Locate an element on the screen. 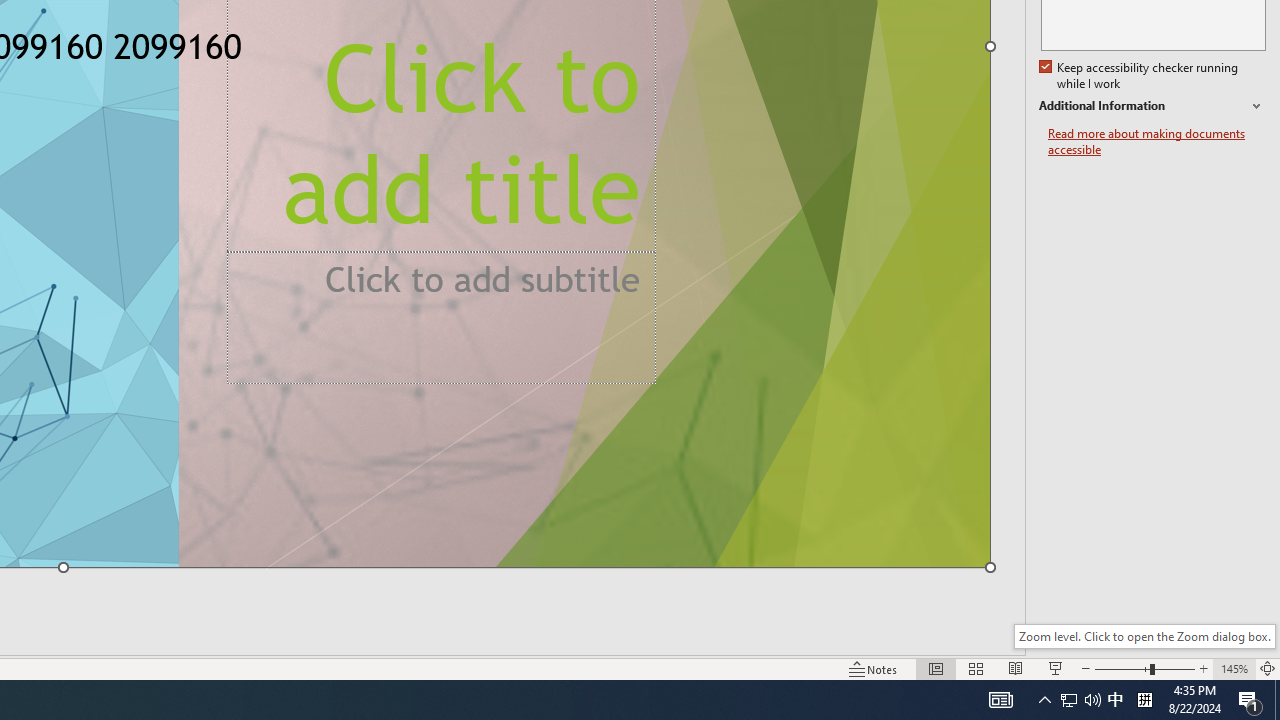 The width and height of the screenshot is (1280, 720). 'Zoom level. Click to open the Zoom dialog box.' is located at coordinates (1144, 636).